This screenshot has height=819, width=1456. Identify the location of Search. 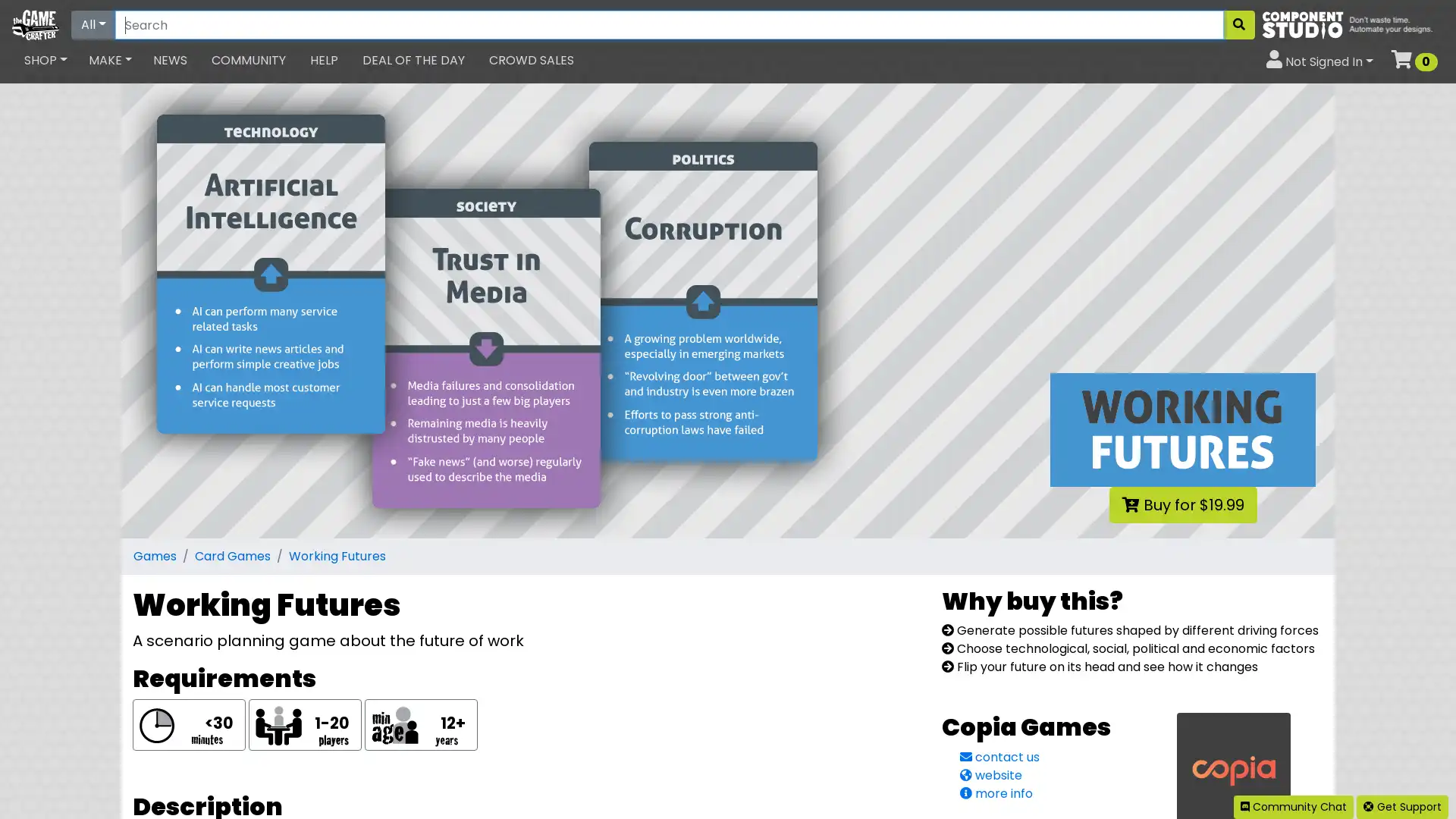
(1238, 25).